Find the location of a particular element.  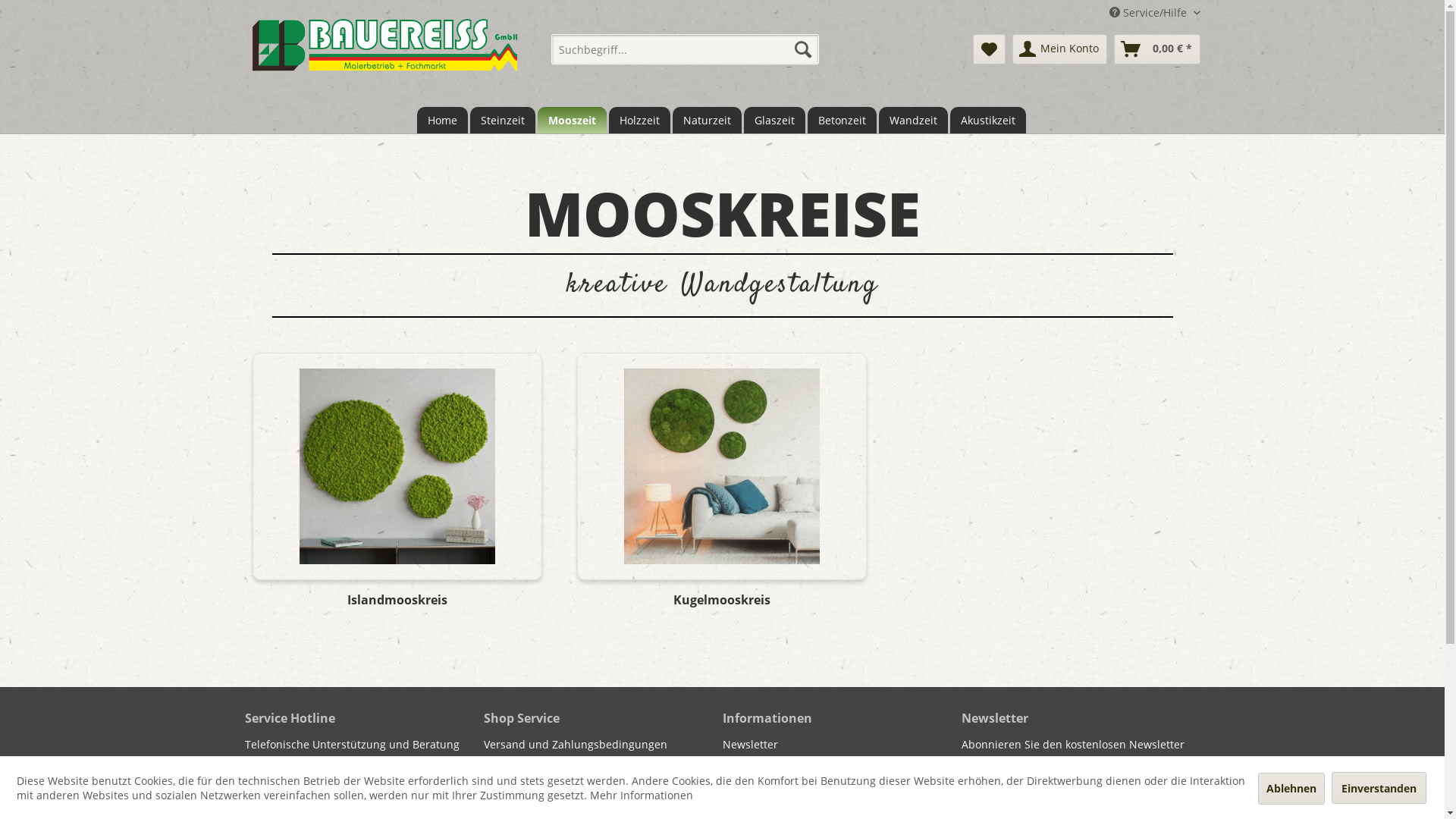

'Mooszeit' is located at coordinates (537, 119).